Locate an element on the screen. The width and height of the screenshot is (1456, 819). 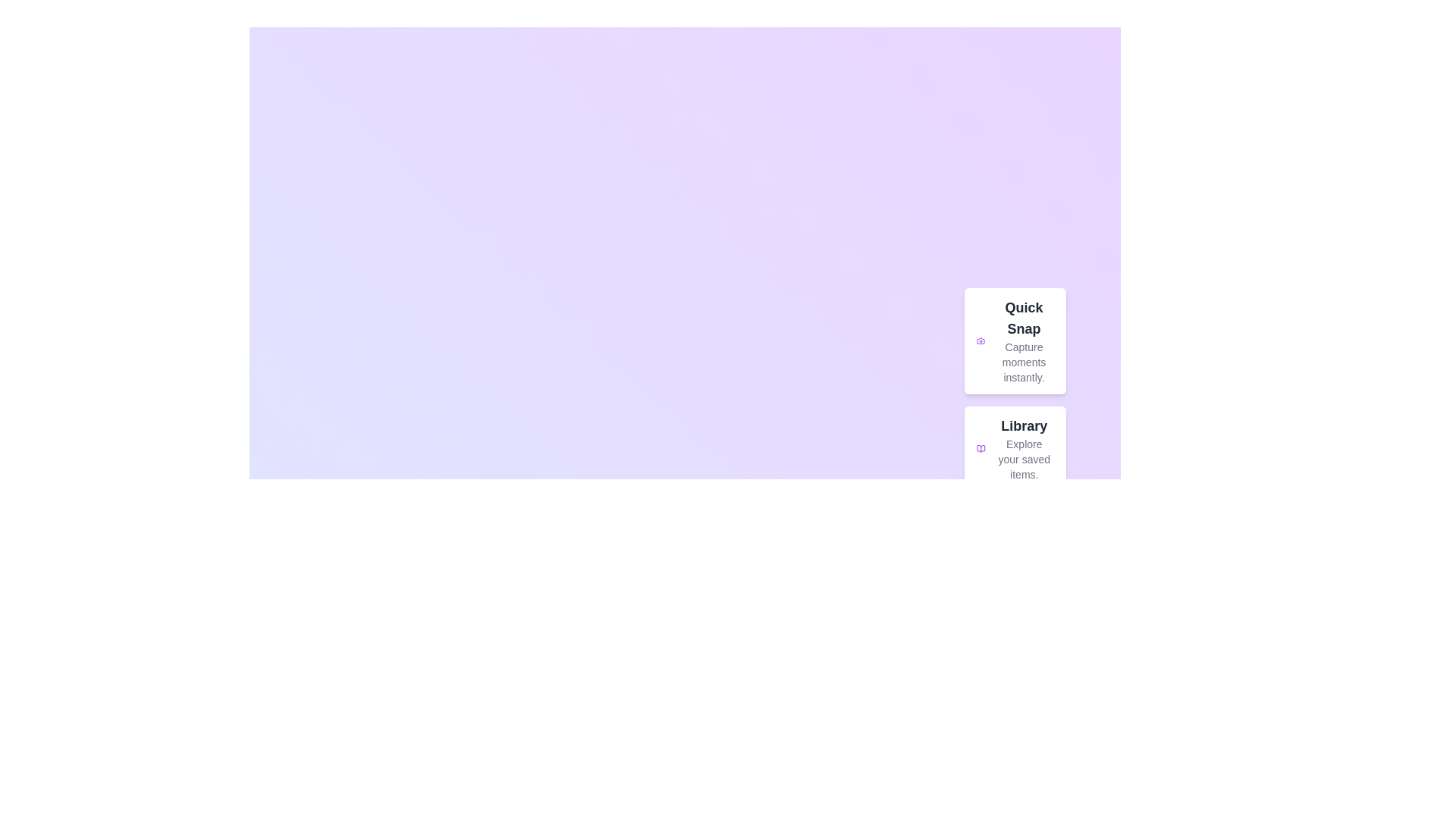
the 'Quick Snap' button to activate the functionality is located at coordinates (1015, 341).